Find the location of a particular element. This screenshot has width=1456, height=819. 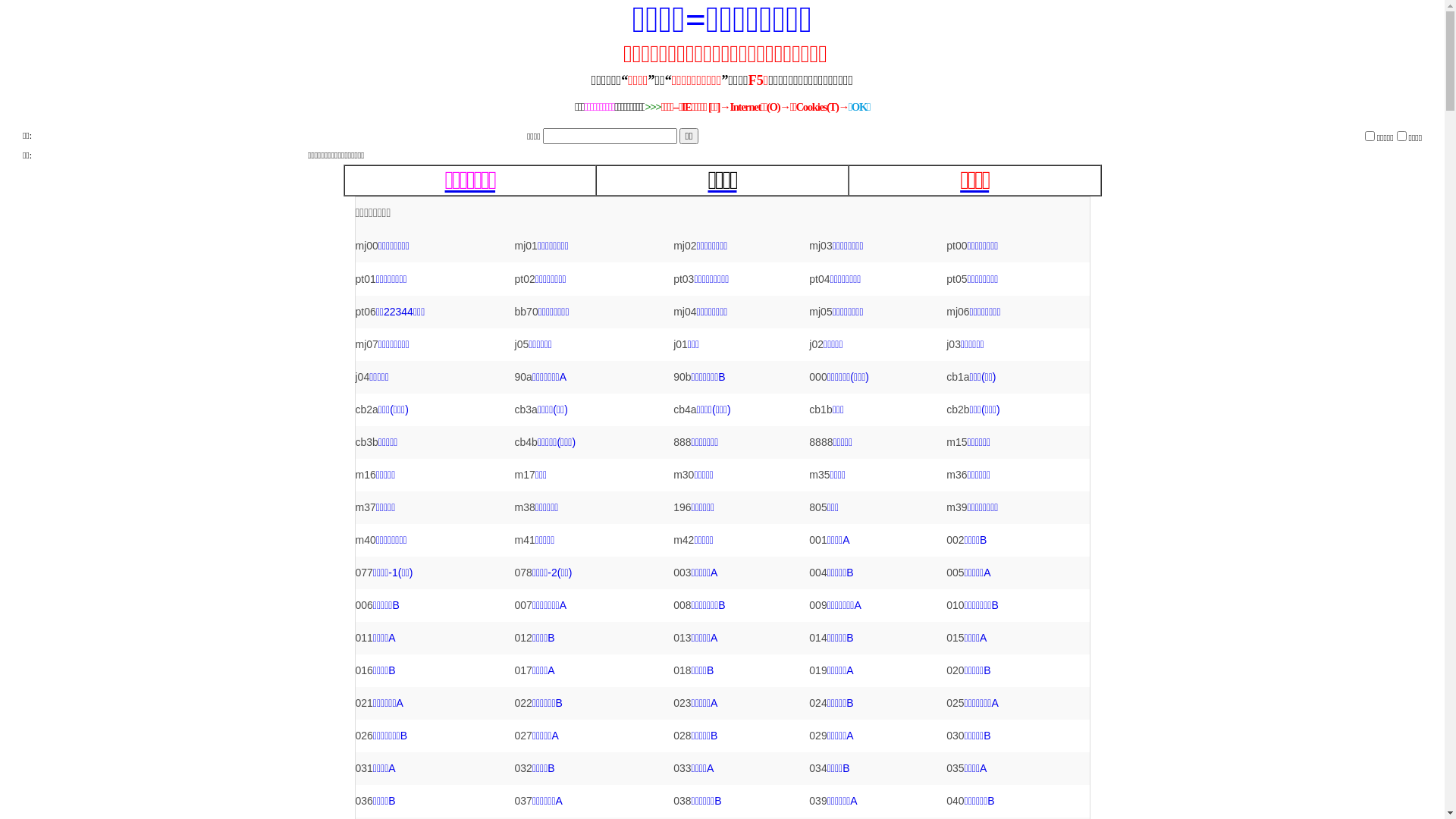

'014' is located at coordinates (817, 637).